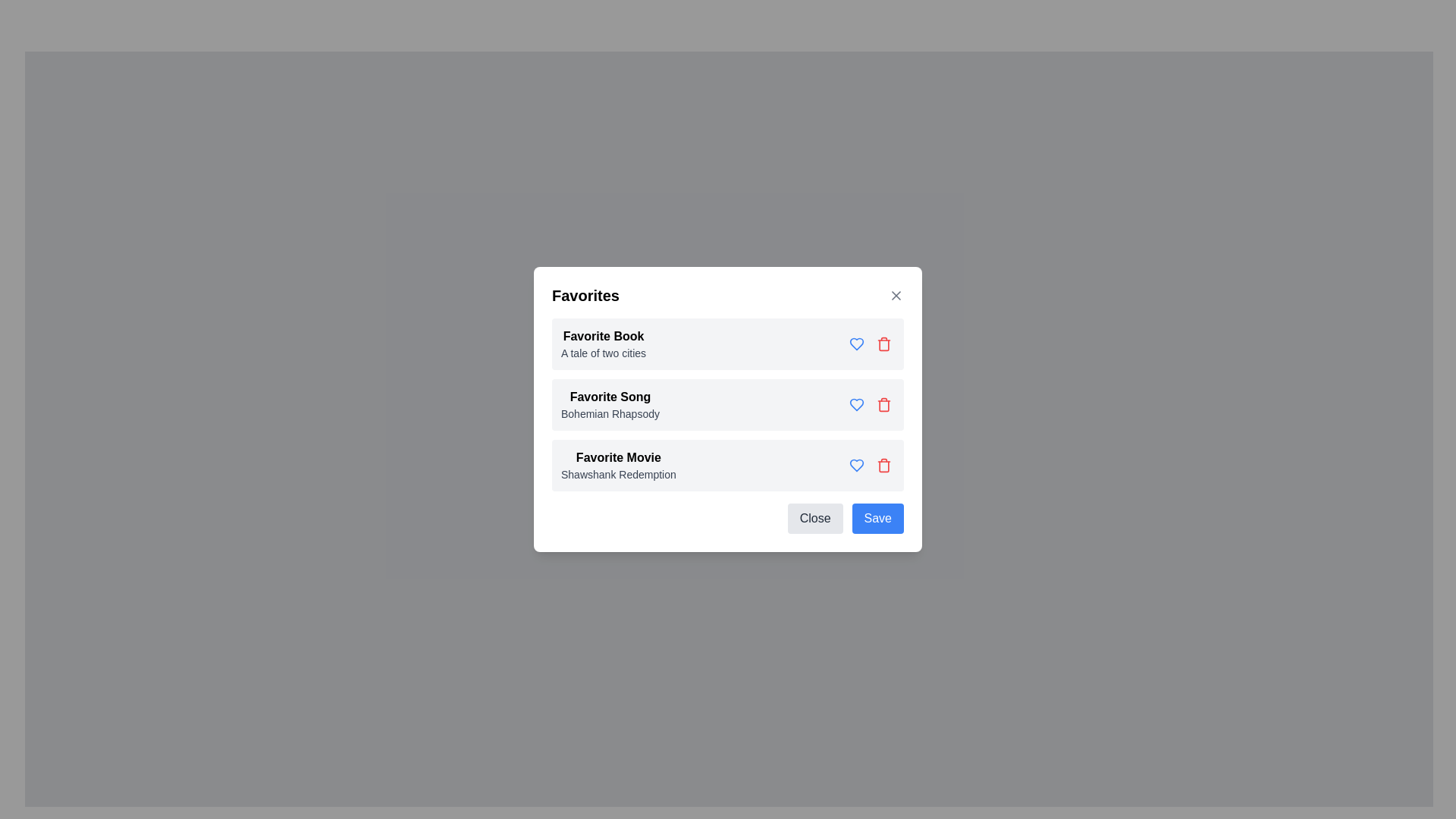 The height and width of the screenshot is (819, 1456). I want to click on the bold text label reading 'Favorite Book' which is part of the list under the 'Favorites' title, so click(603, 335).